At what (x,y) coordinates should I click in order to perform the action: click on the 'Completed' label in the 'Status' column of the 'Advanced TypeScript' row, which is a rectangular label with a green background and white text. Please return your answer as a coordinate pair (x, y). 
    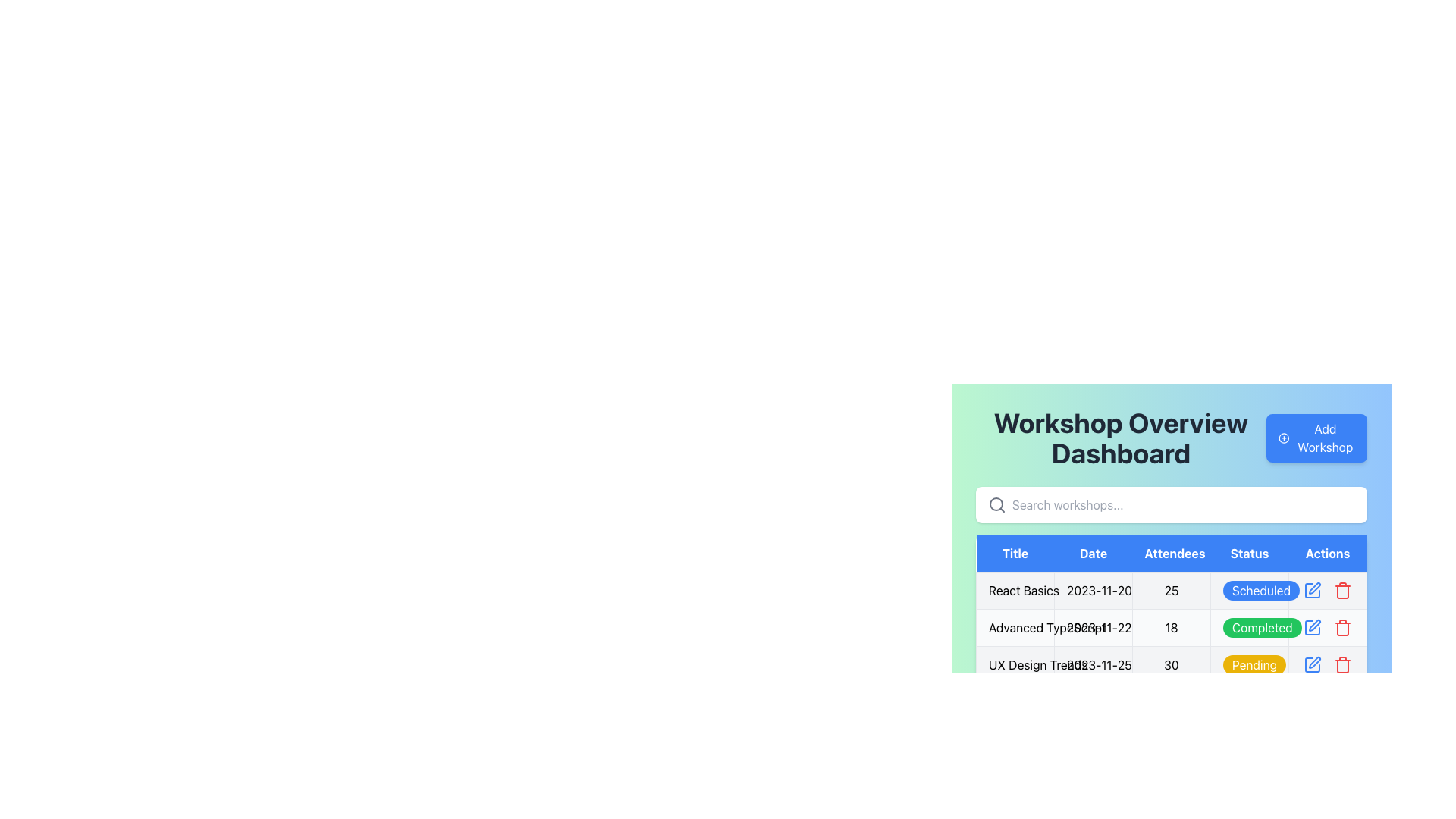
    Looking at the image, I should click on (1249, 628).